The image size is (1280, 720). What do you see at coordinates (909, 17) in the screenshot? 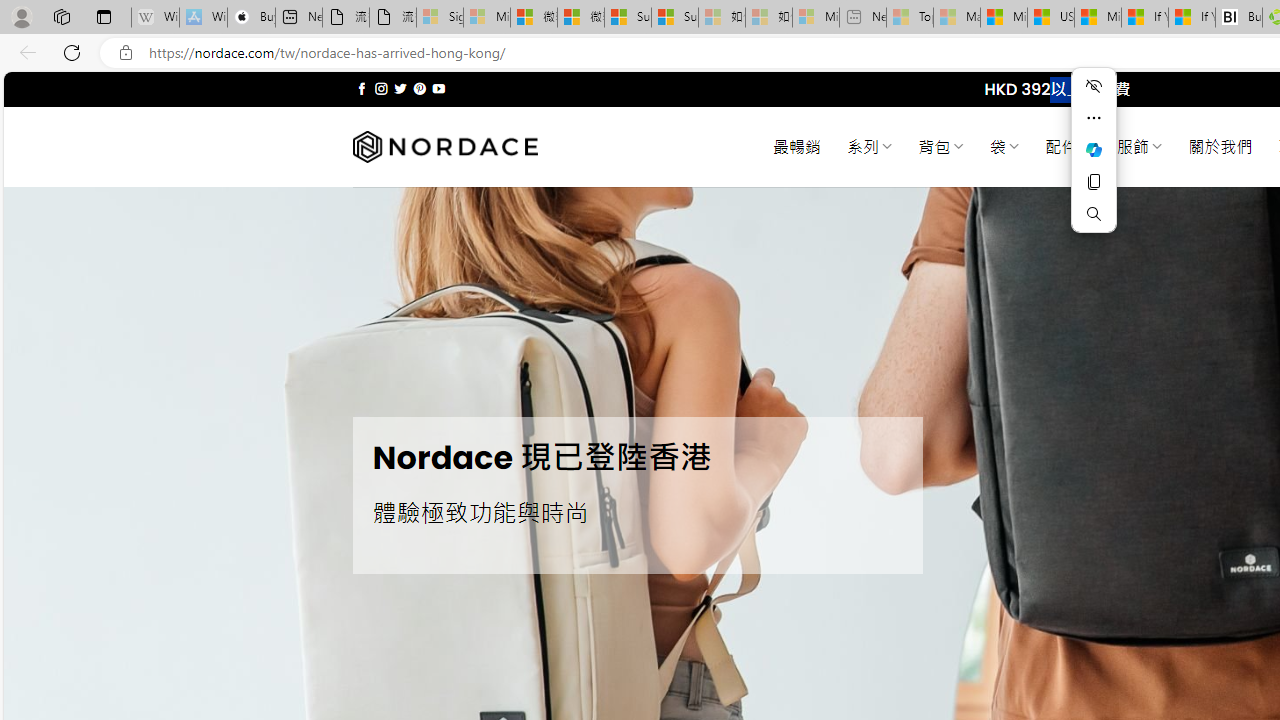
I see `'Top Stories - MSN - Sleeping'` at bounding box center [909, 17].